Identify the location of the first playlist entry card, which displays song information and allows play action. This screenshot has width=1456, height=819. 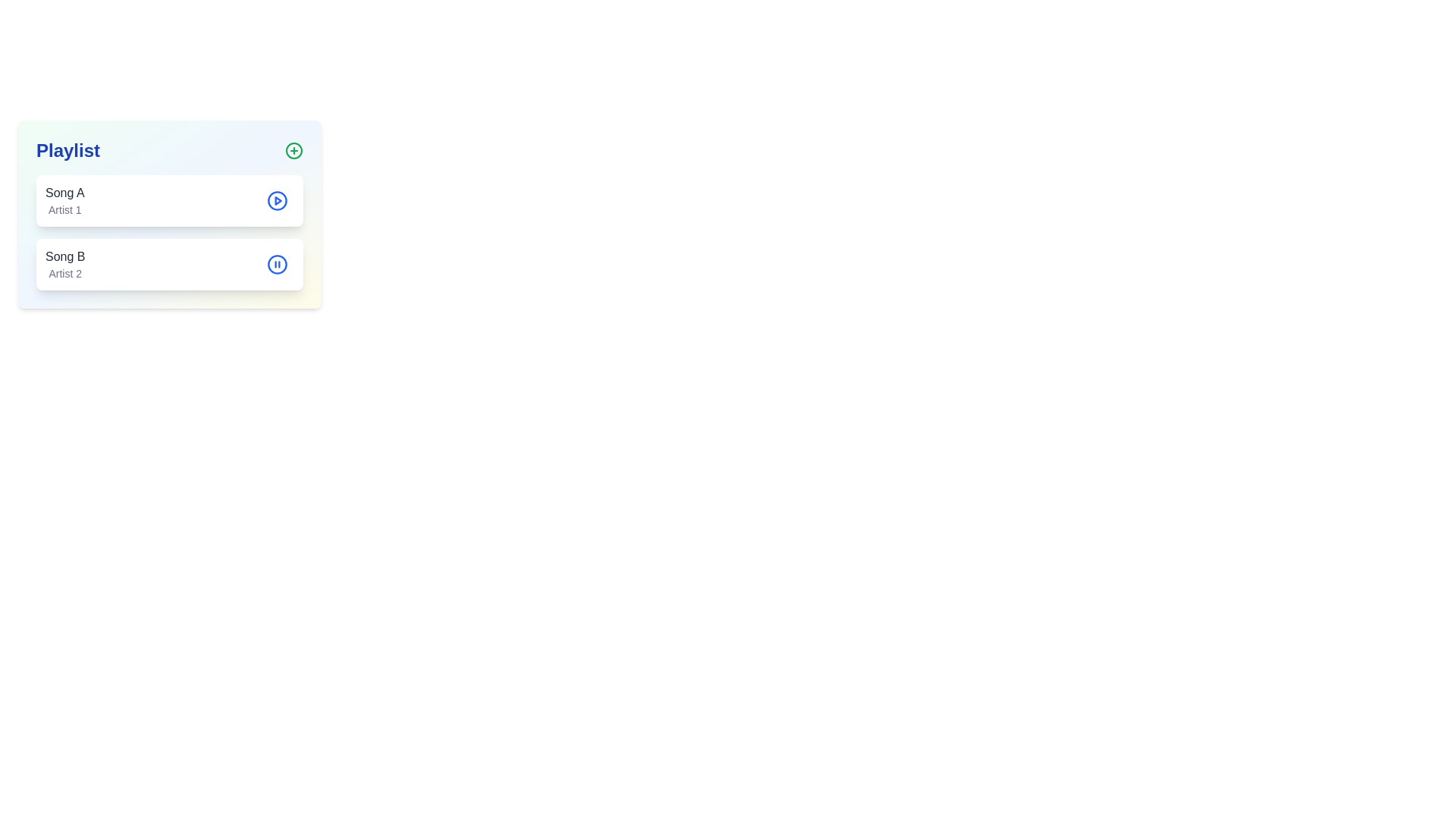
(170, 214).